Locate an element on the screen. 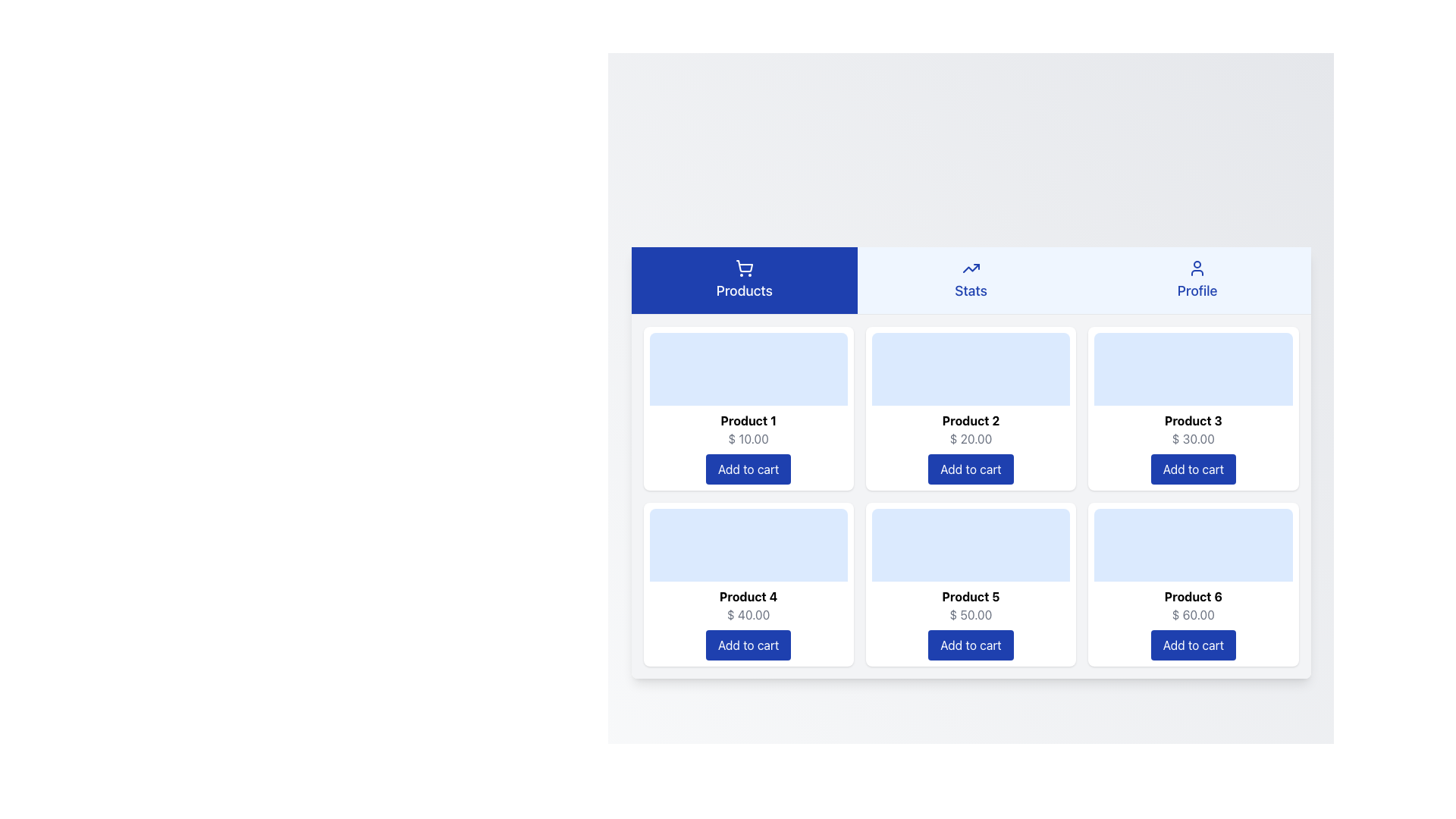 The height and width of the screenshot is (819, 1456). the product title text label located in the first item card of the grid layout, positioned between a light blue rectangular area and the price label ('$ 10.00') is located at coordinates (748, 420).